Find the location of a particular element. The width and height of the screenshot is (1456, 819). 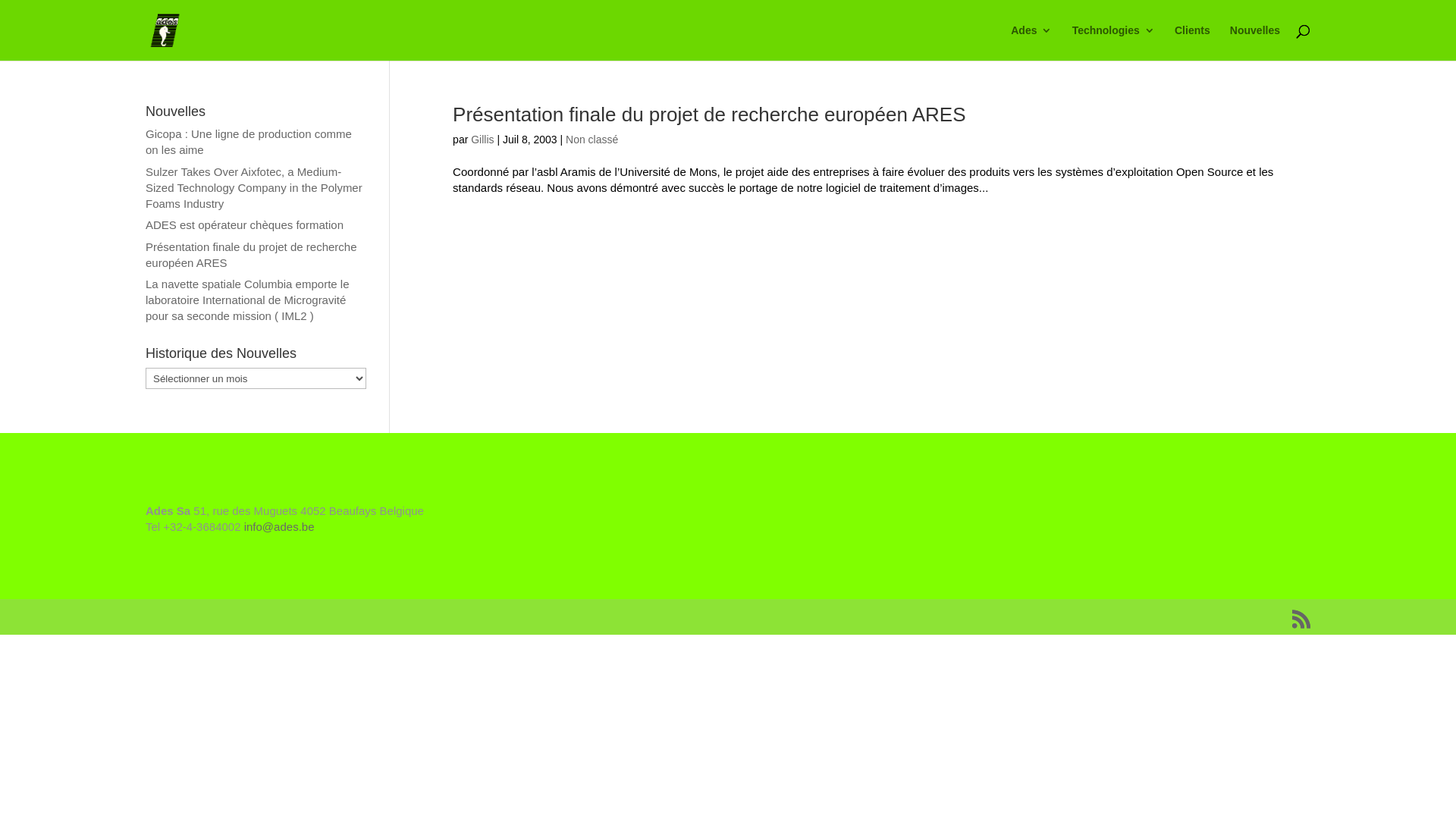

'Gicopa : Une ligne de production comme on les aime' is located at coordinates (248, 141).